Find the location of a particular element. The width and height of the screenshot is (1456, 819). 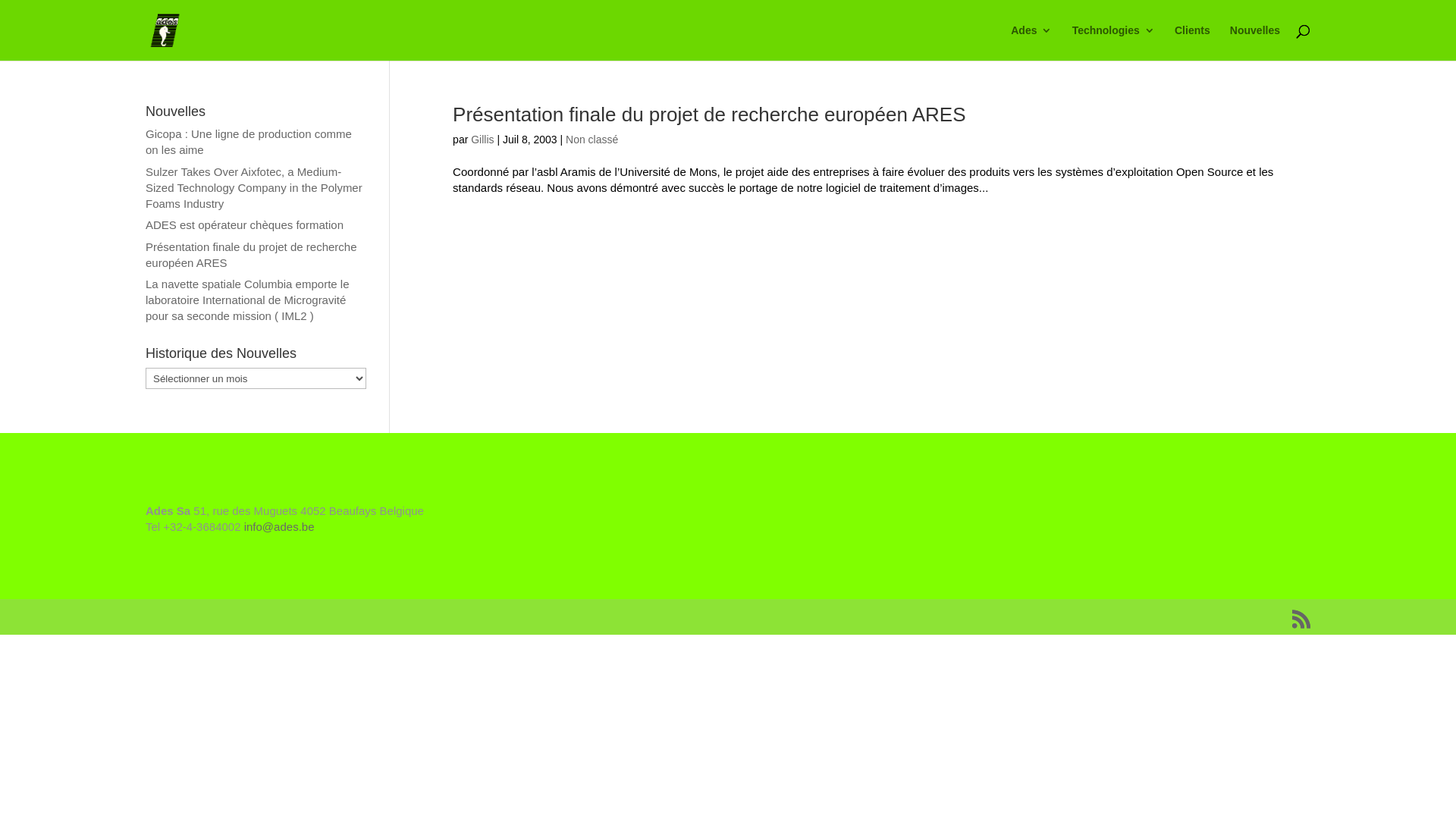

'Gicopa : Une ligne de production comme on les aime' is located at coordinates (248, 141).